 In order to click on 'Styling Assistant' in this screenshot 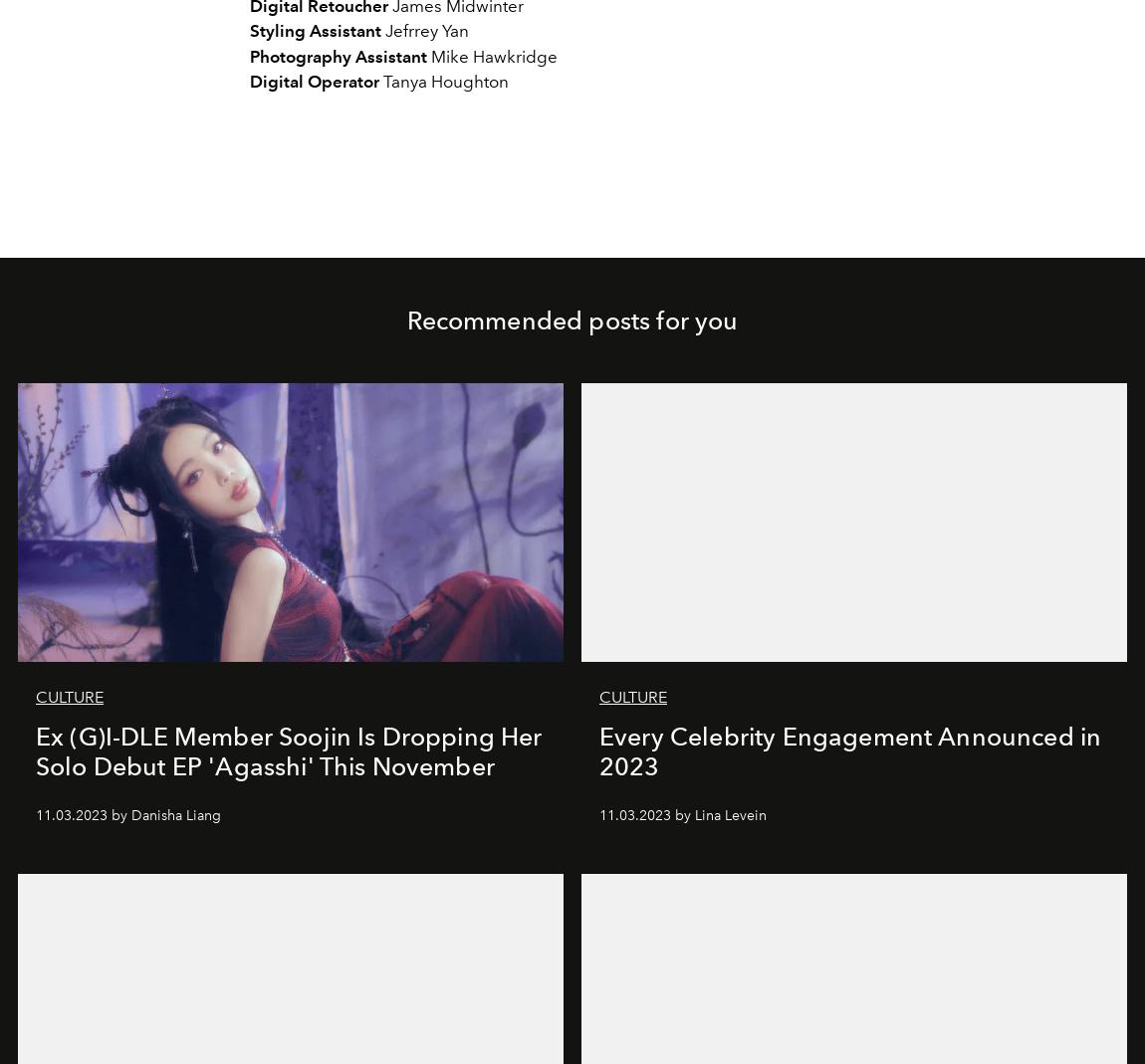, I will do `click(316, 30)`.